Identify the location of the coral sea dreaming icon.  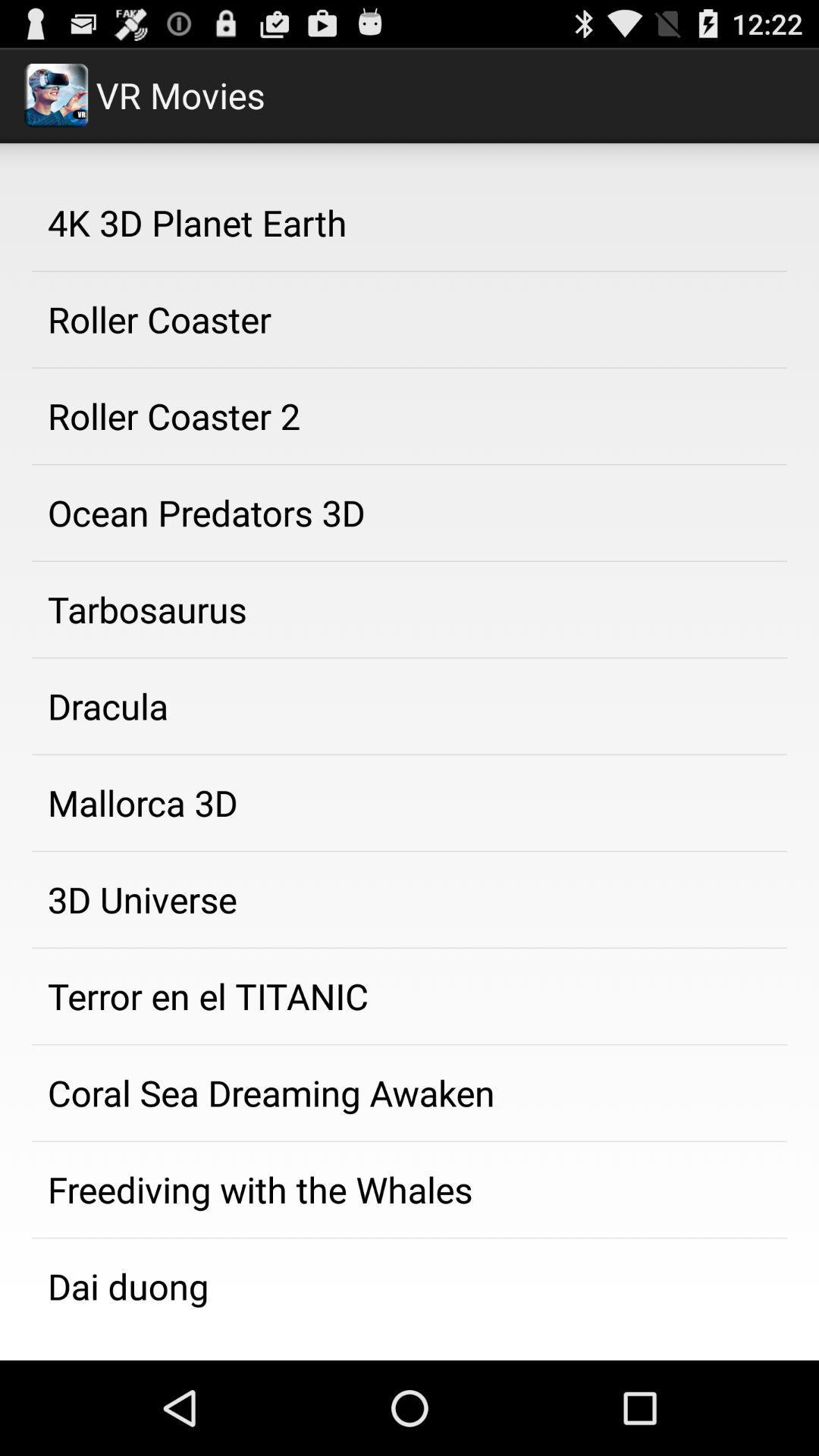
(409, 1093).